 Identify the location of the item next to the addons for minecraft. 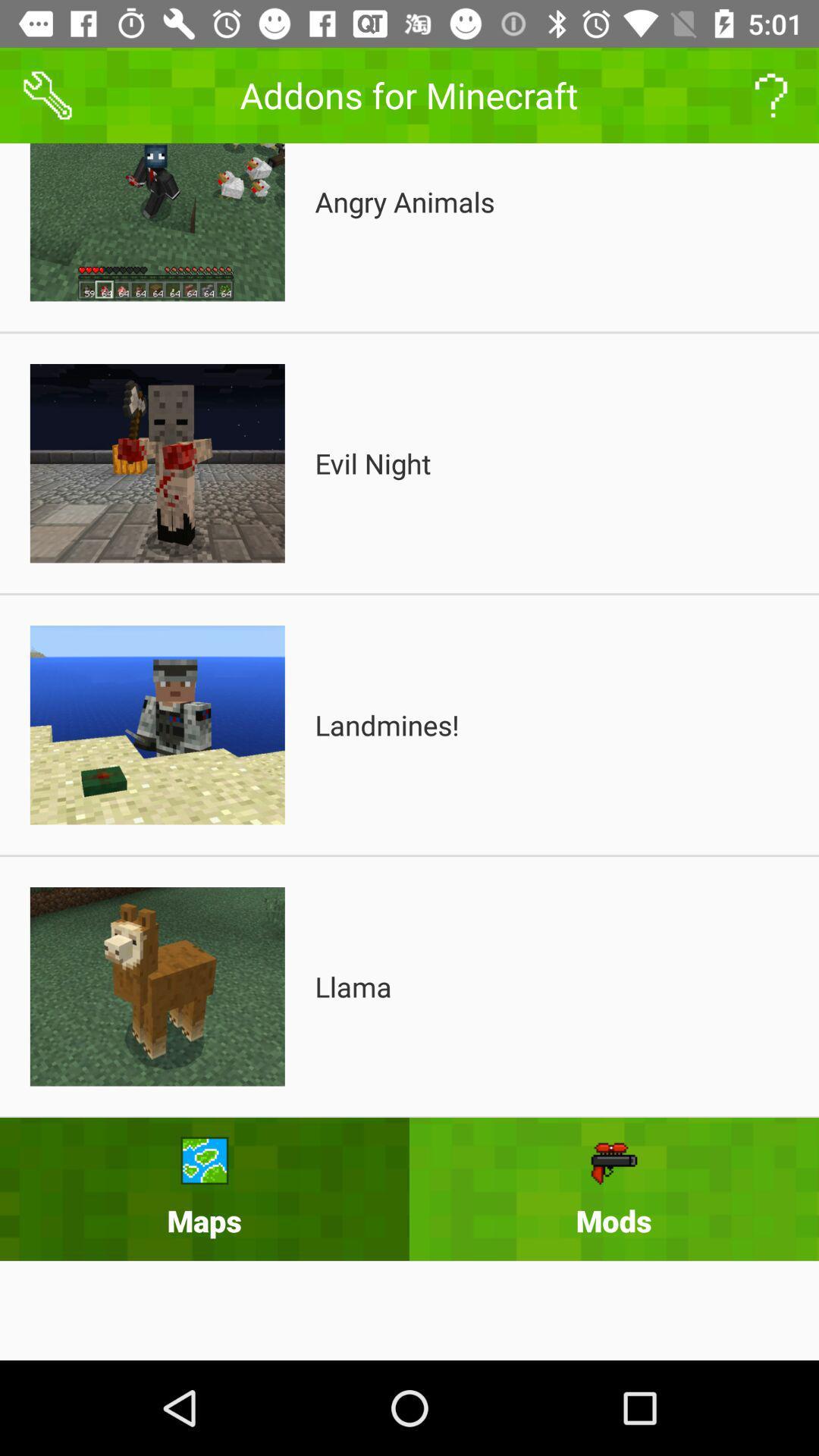
(46, 94).